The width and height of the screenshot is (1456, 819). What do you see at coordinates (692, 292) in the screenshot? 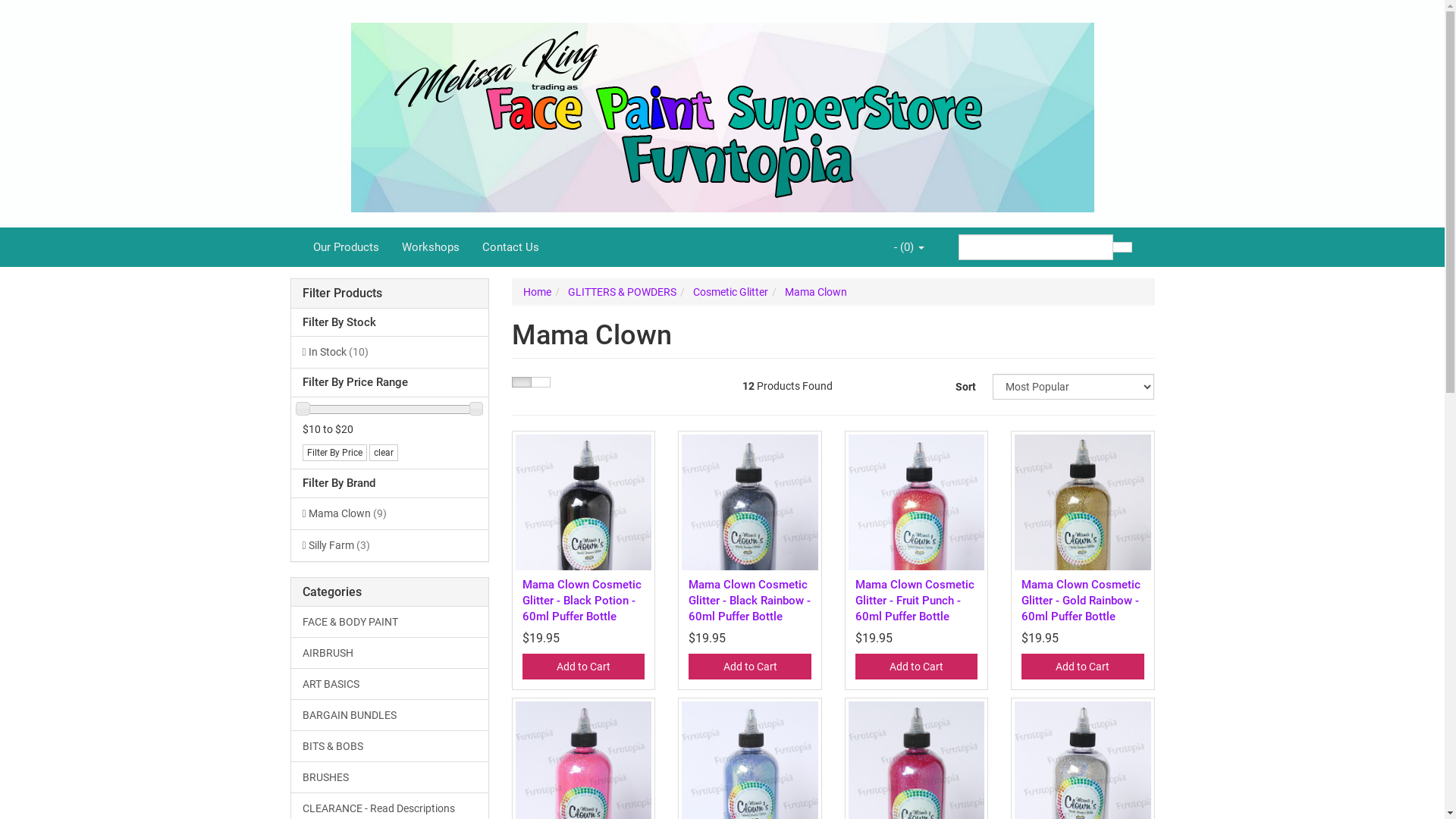
I see `'Cosmetic Glitter'` at bounding box center [692, 292].